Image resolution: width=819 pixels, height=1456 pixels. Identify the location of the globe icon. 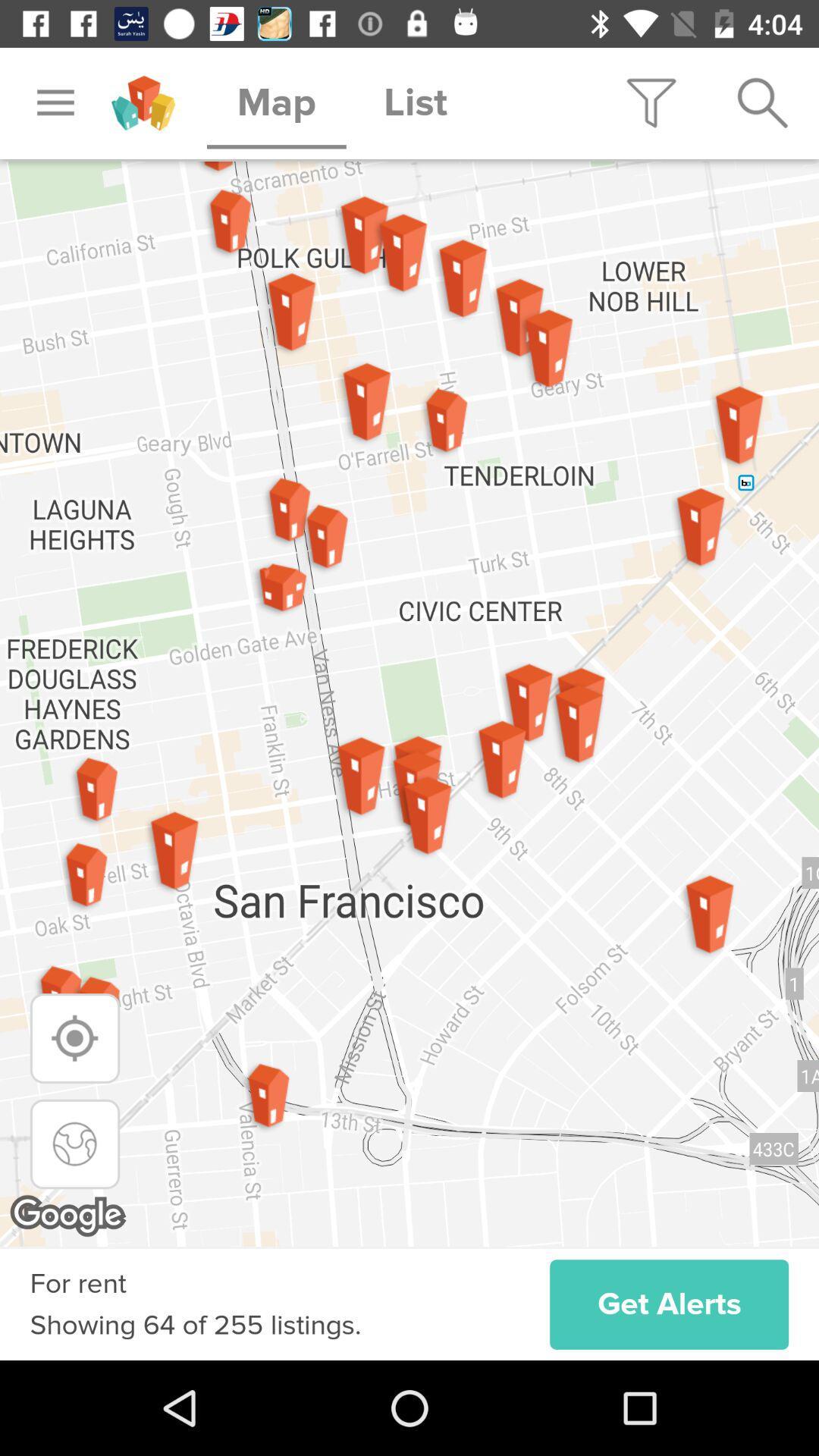
(75, 1144).